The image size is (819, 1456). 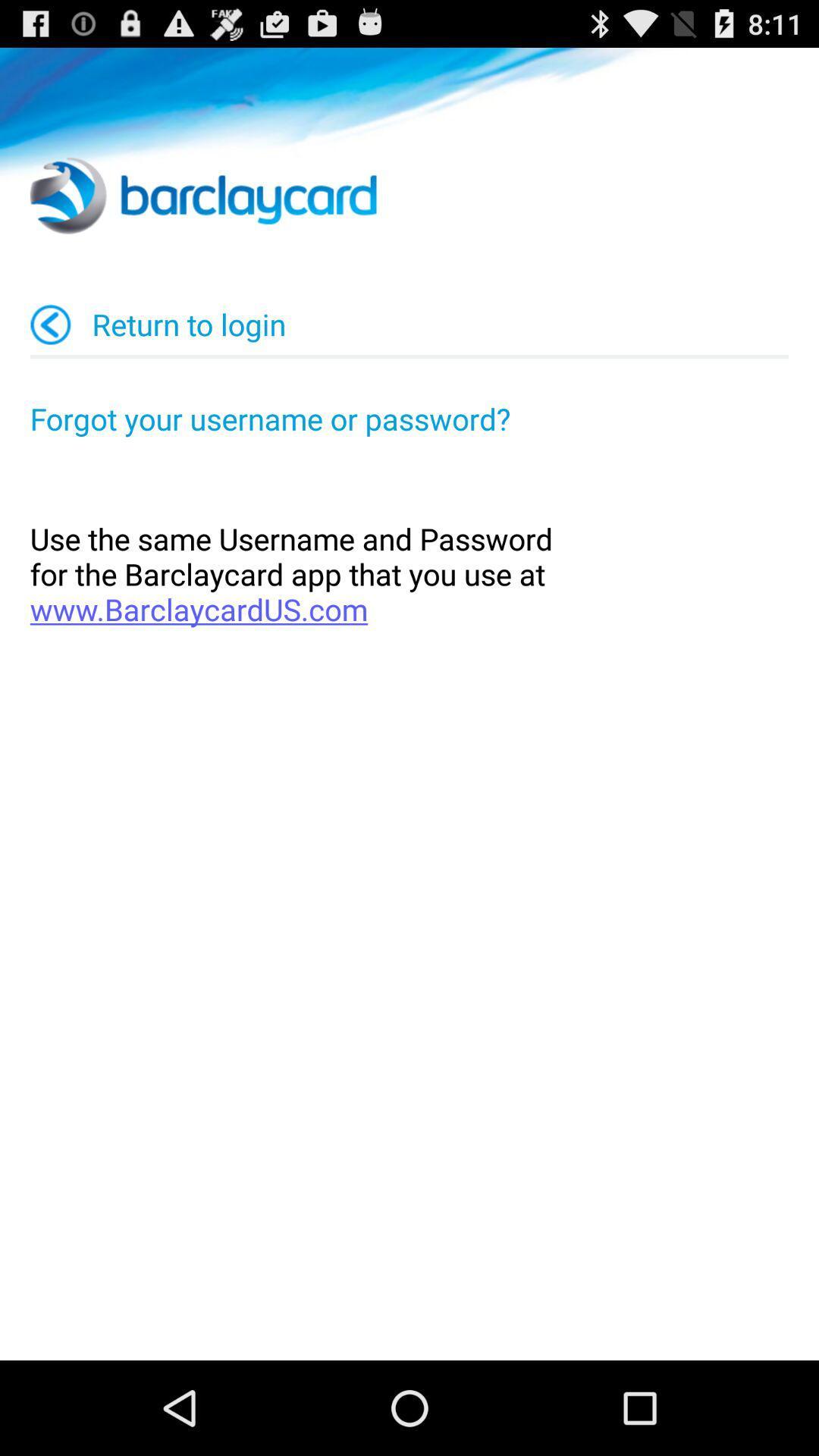 I want to click on app to the left of the return to login item, so click(x=50, y=323).